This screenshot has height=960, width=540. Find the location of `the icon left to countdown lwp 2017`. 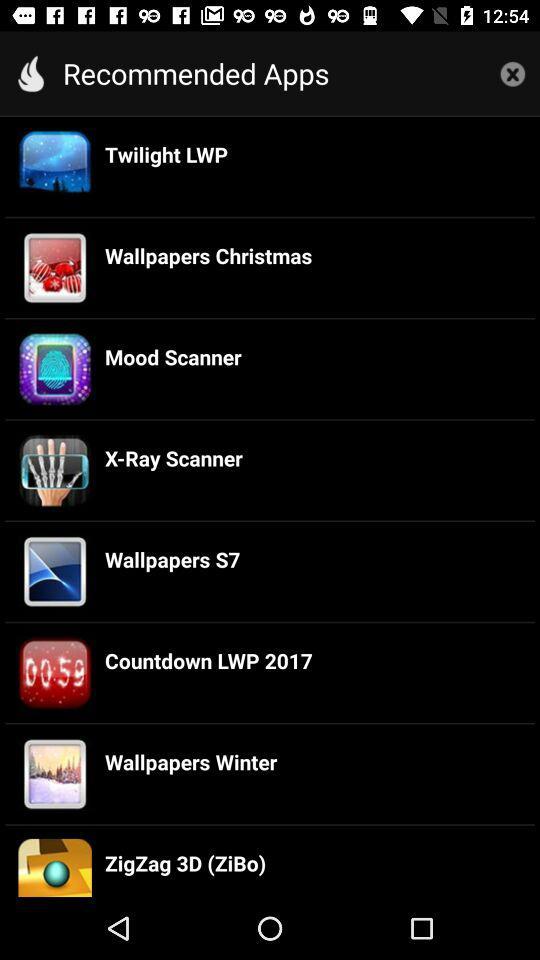

the icon left to countdown lwp 2017 is located at coordinates (55, 672).